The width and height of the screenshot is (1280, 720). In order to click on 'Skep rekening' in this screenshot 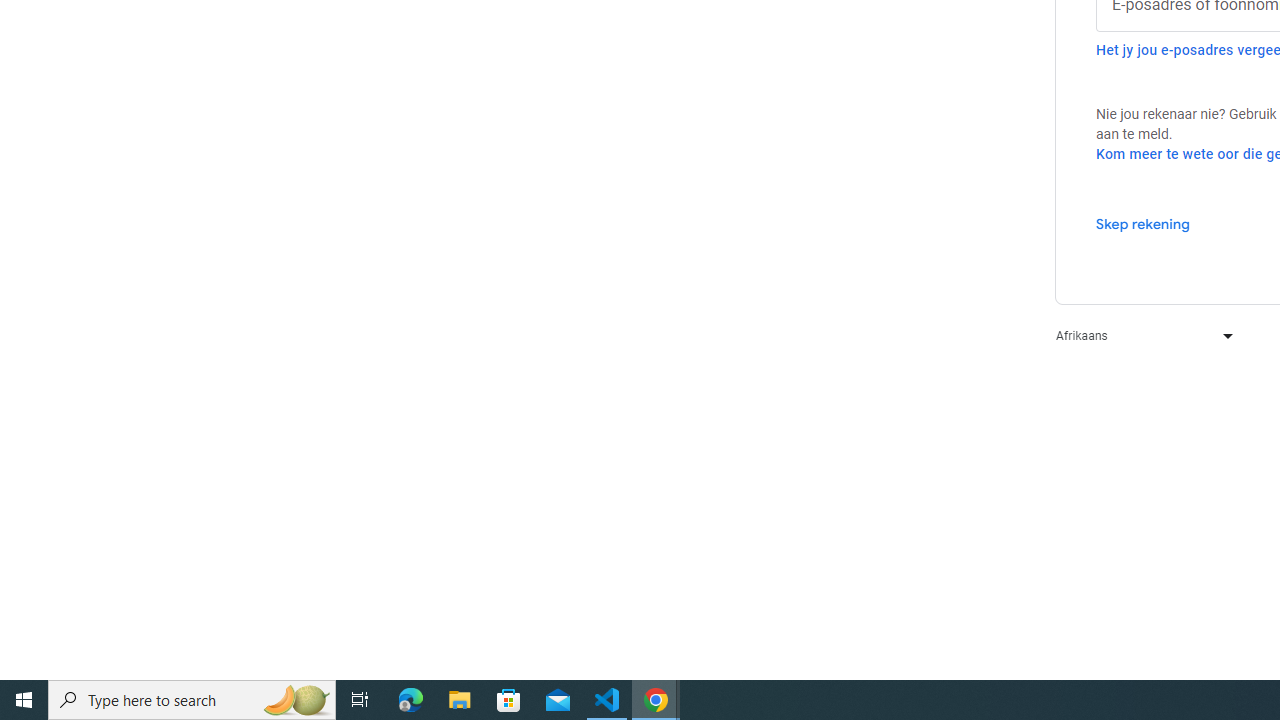, I will do `click(1142, 223)`.